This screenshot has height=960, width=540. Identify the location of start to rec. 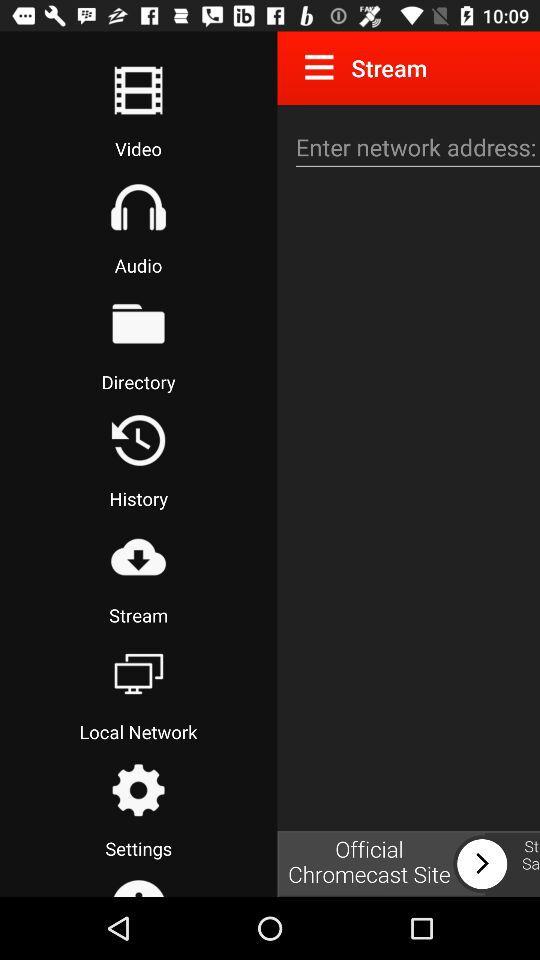
(137, 90).